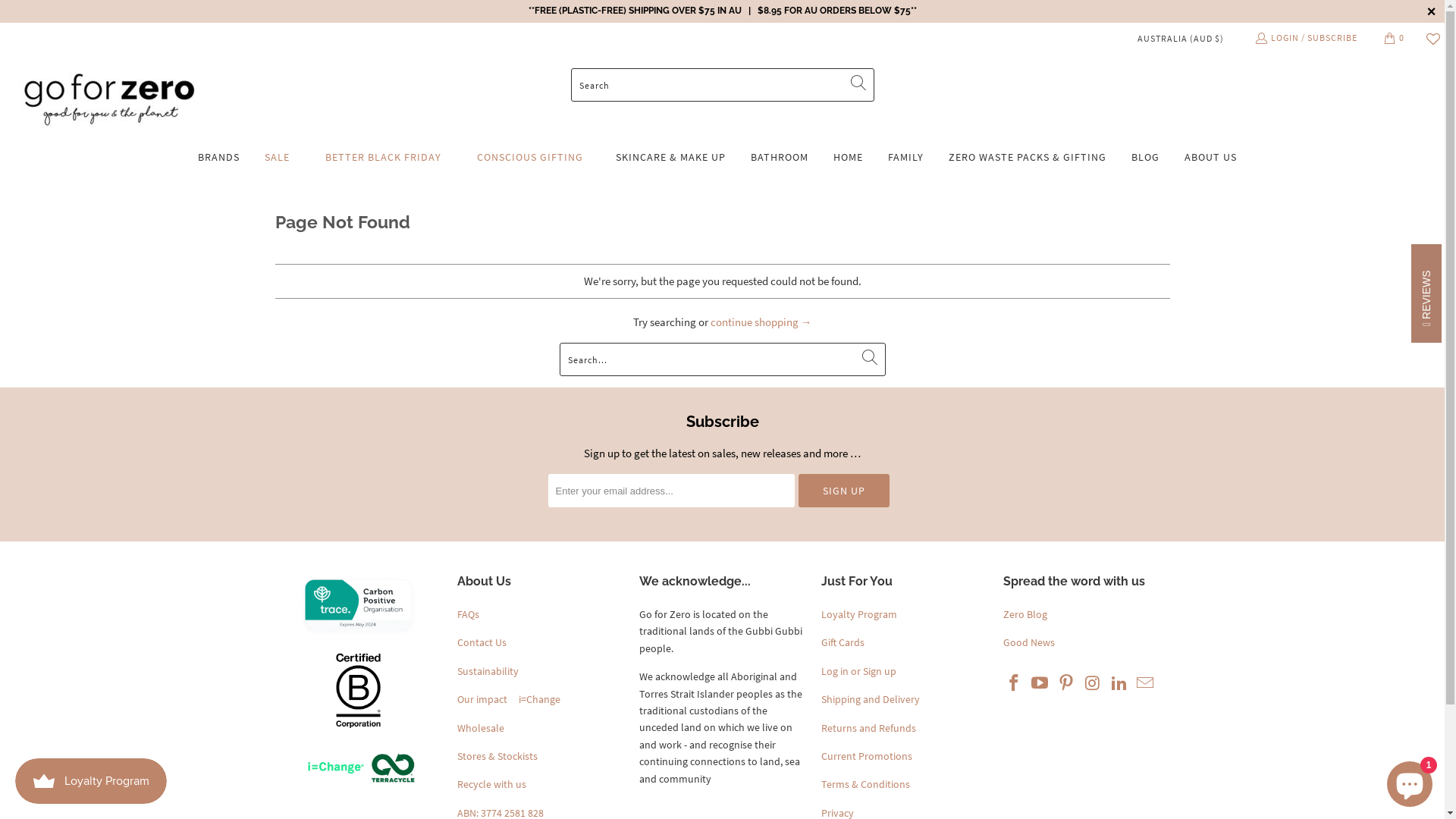  I want to click on 'Zero Blog', so click(1024, 614).